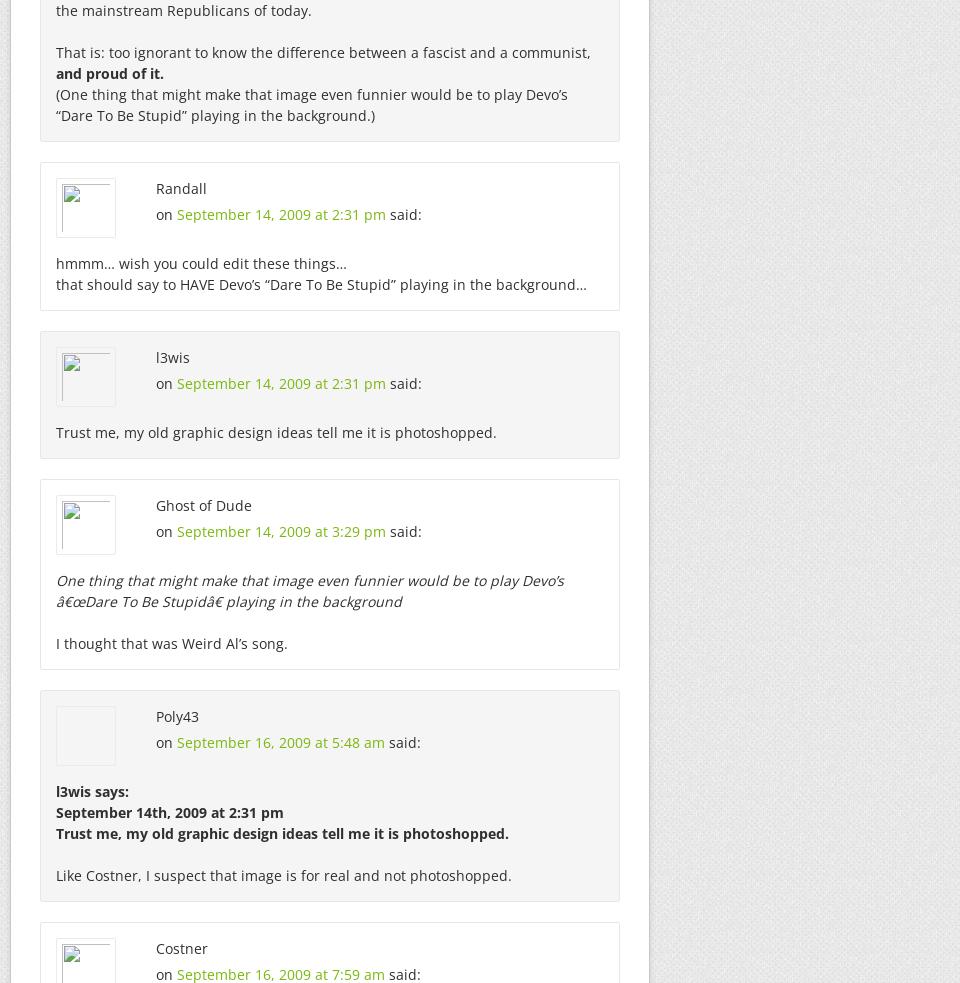 This screenshot has width=960, height=983. I want to click on 'l3wis says:', so click(92, 790).